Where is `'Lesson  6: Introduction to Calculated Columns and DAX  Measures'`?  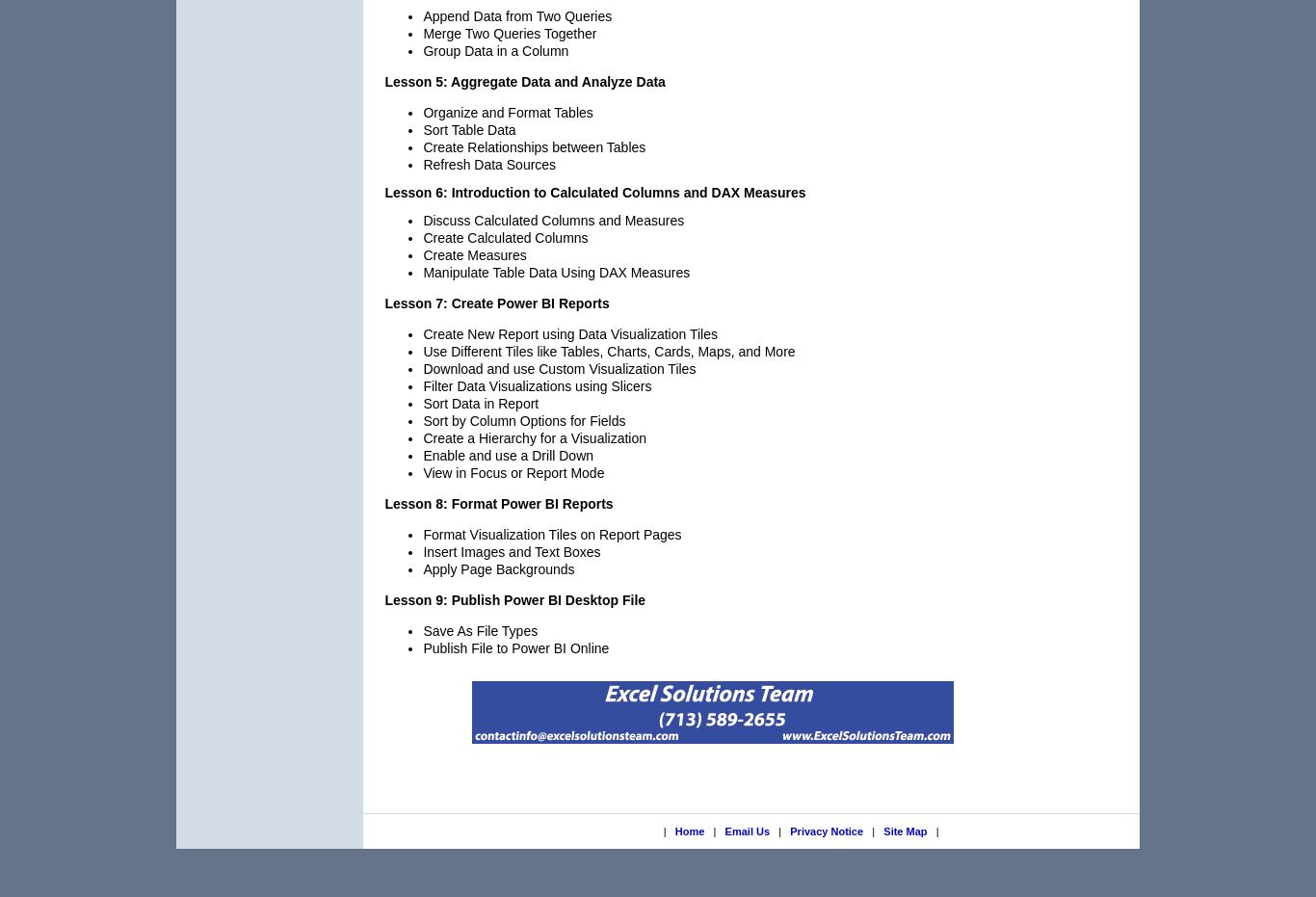 'Lesson  6: Introduction to Calculated Columns and DAX  Measures' is located at coordinates (593, 191).